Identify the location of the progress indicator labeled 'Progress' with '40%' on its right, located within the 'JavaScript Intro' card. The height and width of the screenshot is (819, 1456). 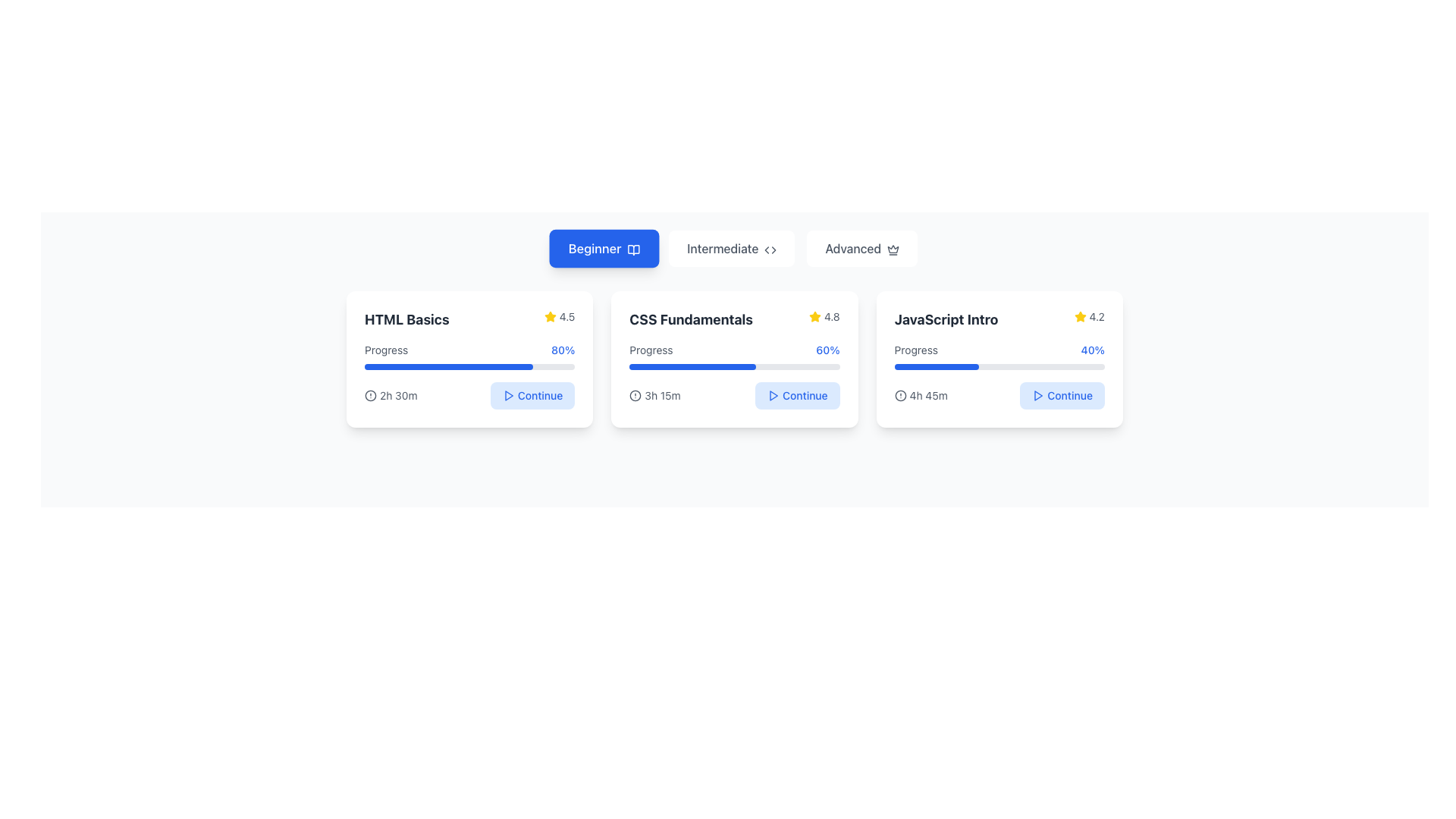
(999, 356).